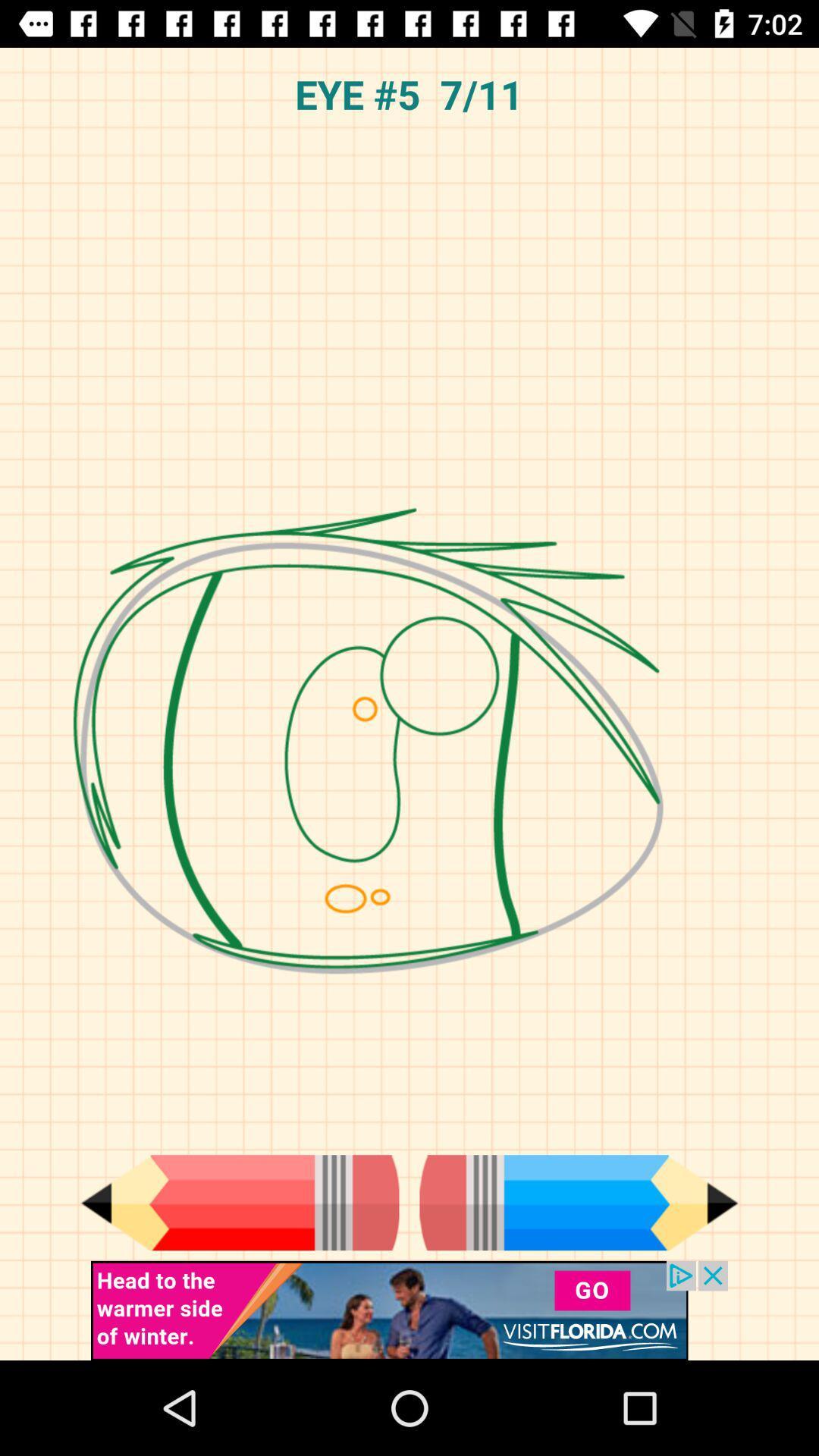 The width and height of the screenshot is (819, 1456). Describe the element at coordinates (409, 1310) in the screenshot. I see `the option` at that location.